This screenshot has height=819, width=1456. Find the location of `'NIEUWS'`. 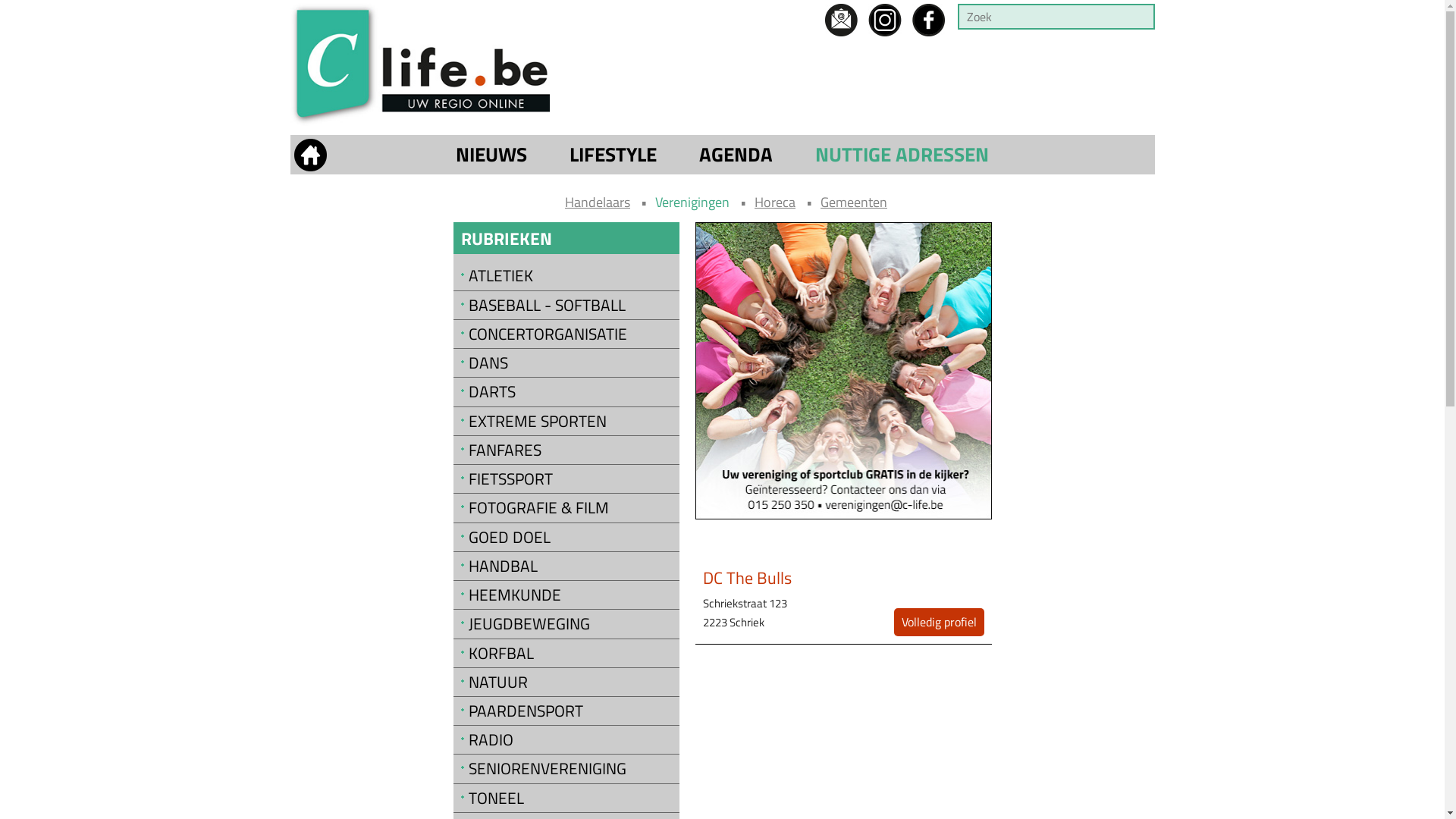

'NIEUWS' is located at coordinates (450, 155).